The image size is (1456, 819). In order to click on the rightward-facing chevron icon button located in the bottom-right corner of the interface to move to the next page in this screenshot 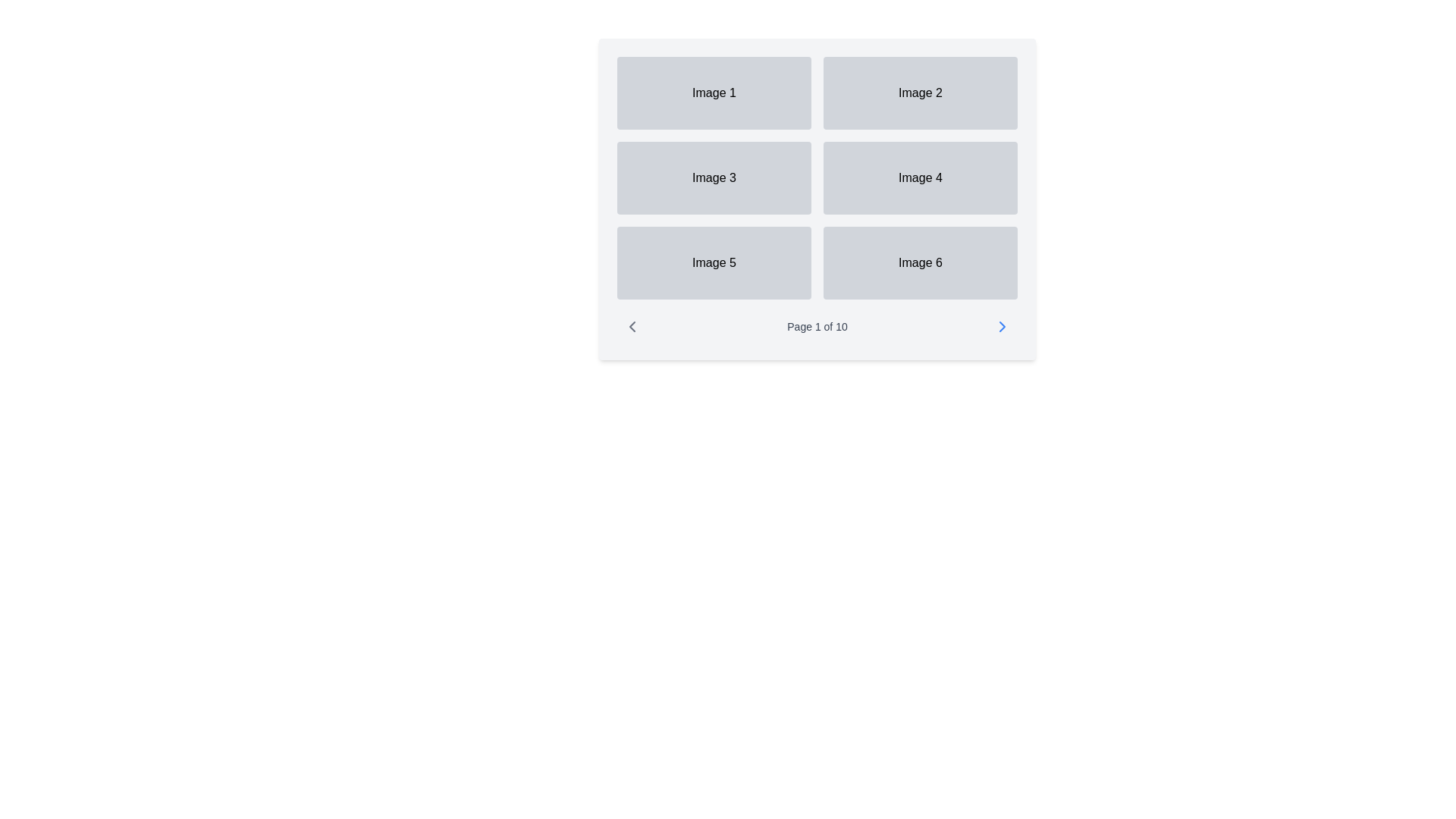, I will do `click(1002, 326)`.